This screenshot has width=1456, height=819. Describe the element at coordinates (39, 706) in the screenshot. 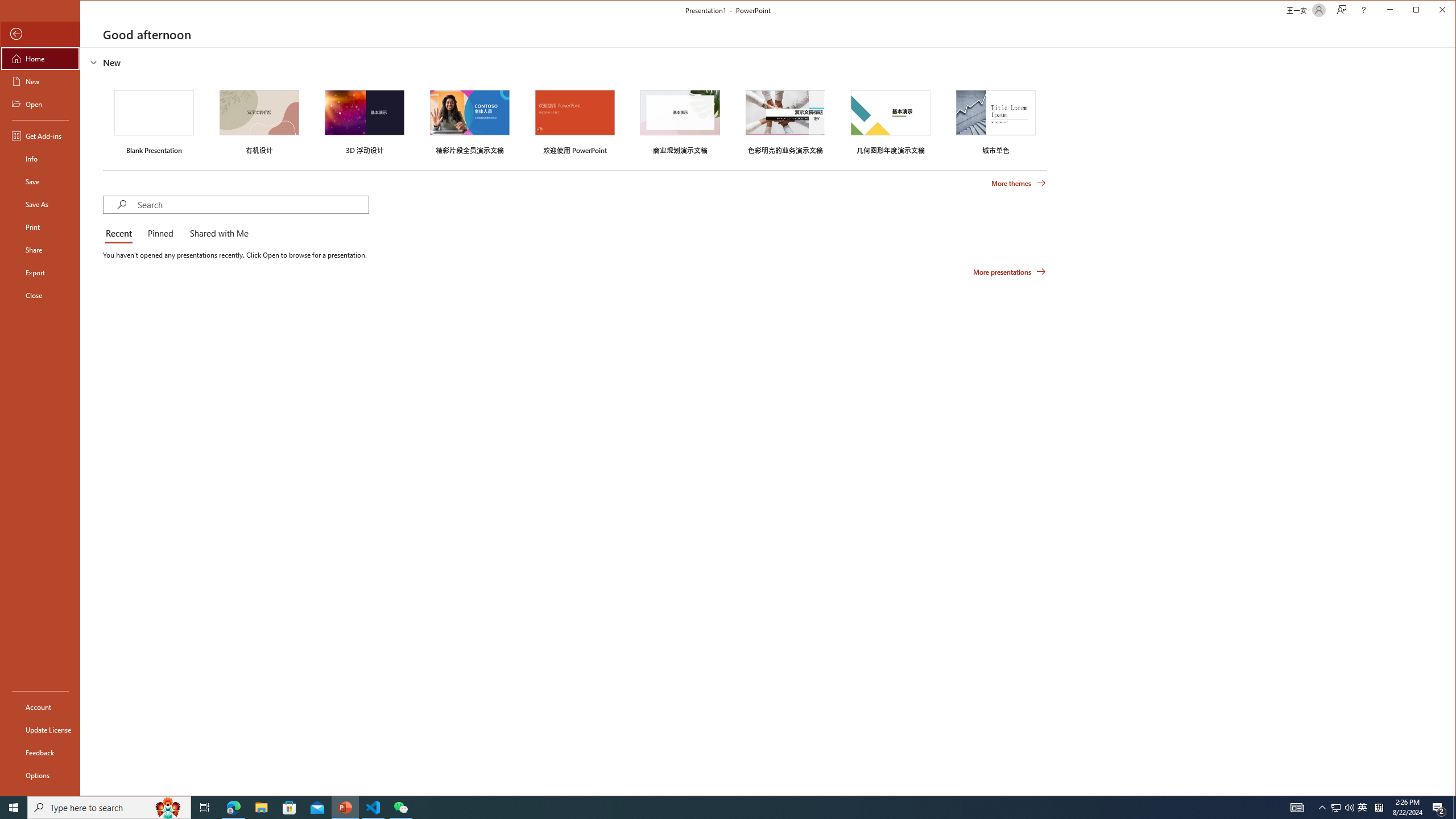

I see `'Account'` at that location.